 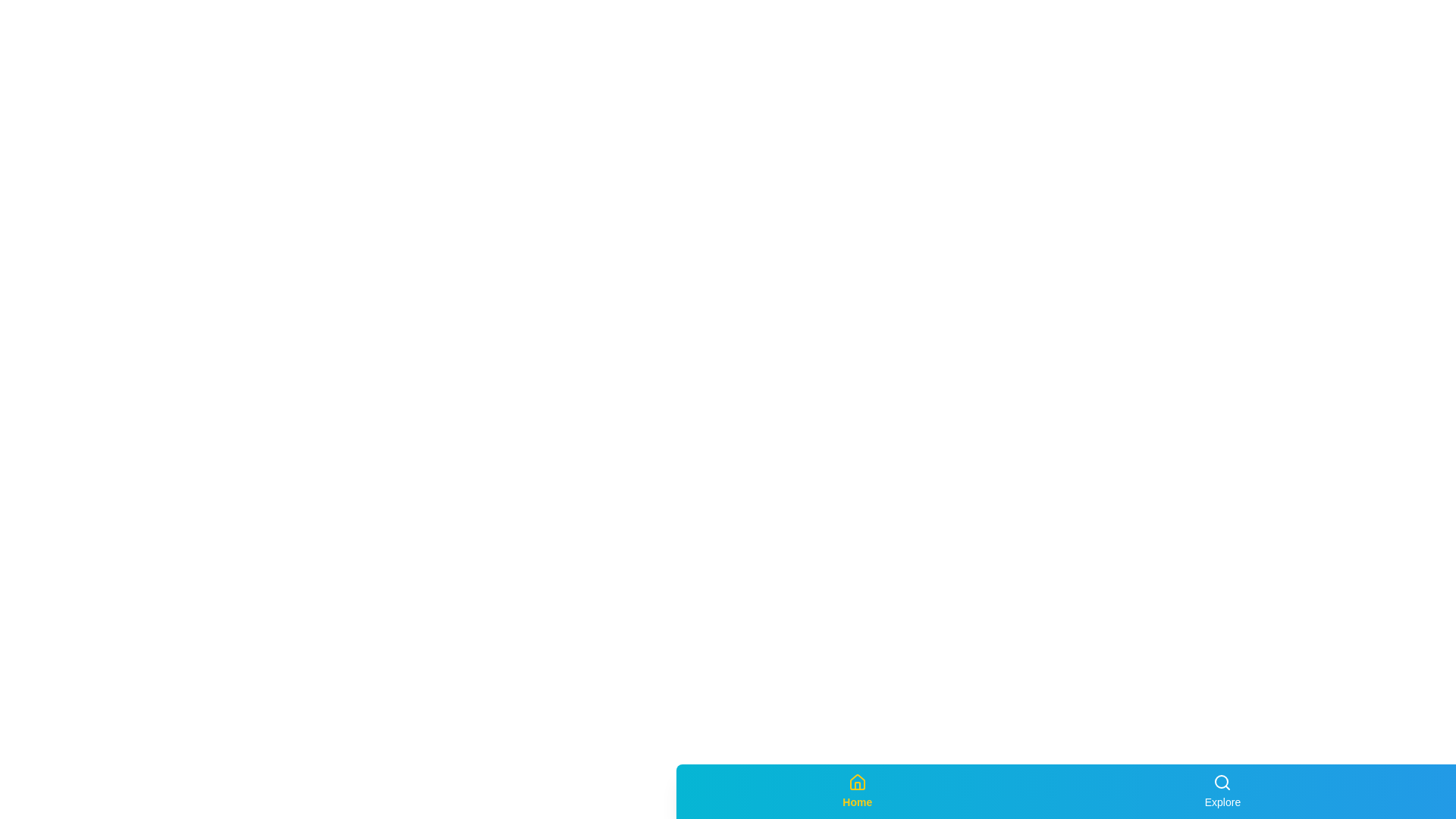 I want to click on the Explore tab in the bottom navigation bar, so click(x=1222, y=791).